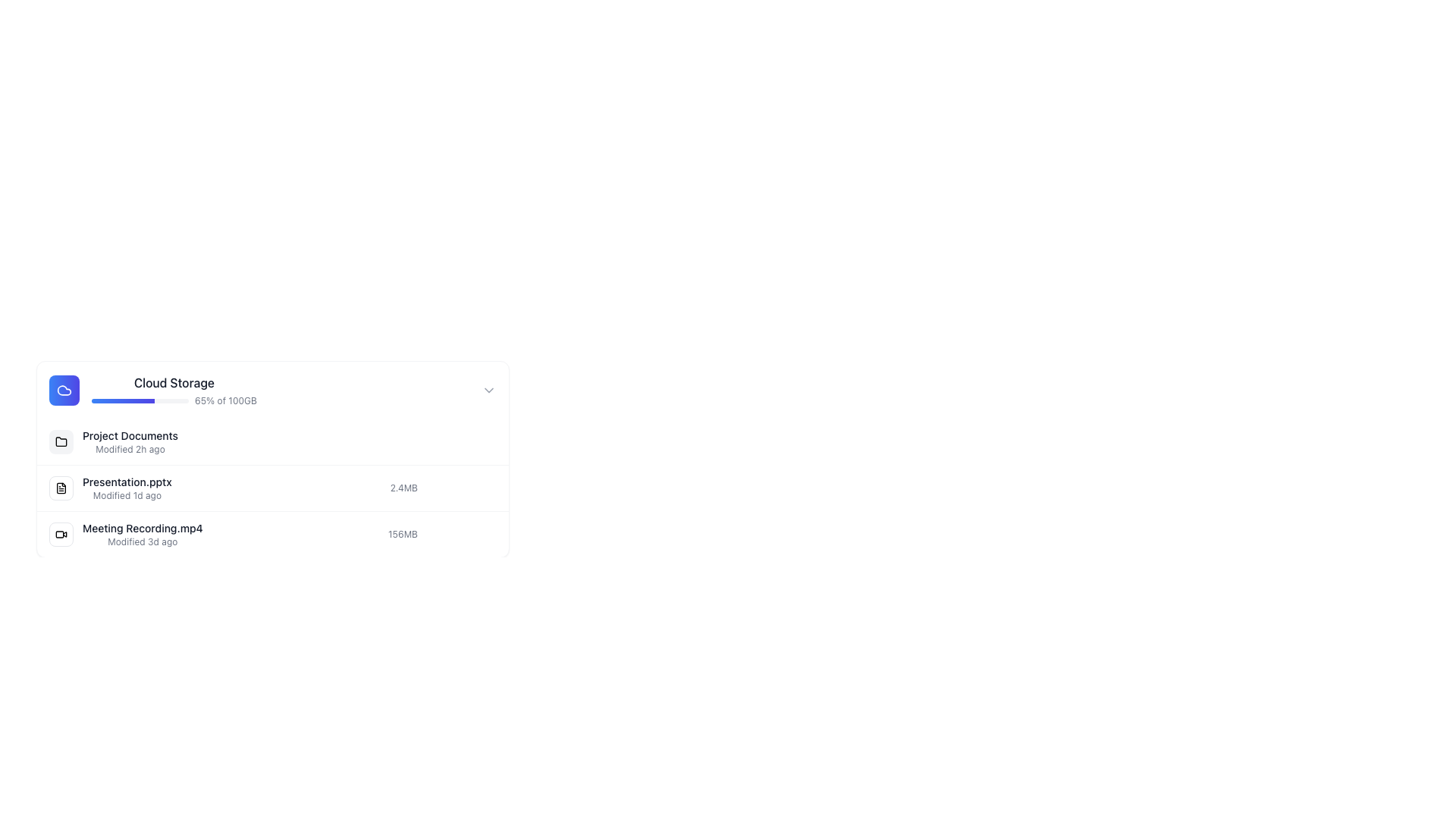 This screenshot has height=819, width=1456. What do you see at coordinates (127, 496) in the screenshot?
I see `the static text label displaying 'Modified 1d ago', which is located beneath the 'Presentation.pptx' file name in the file list interface` at bounding box center [127, 496].